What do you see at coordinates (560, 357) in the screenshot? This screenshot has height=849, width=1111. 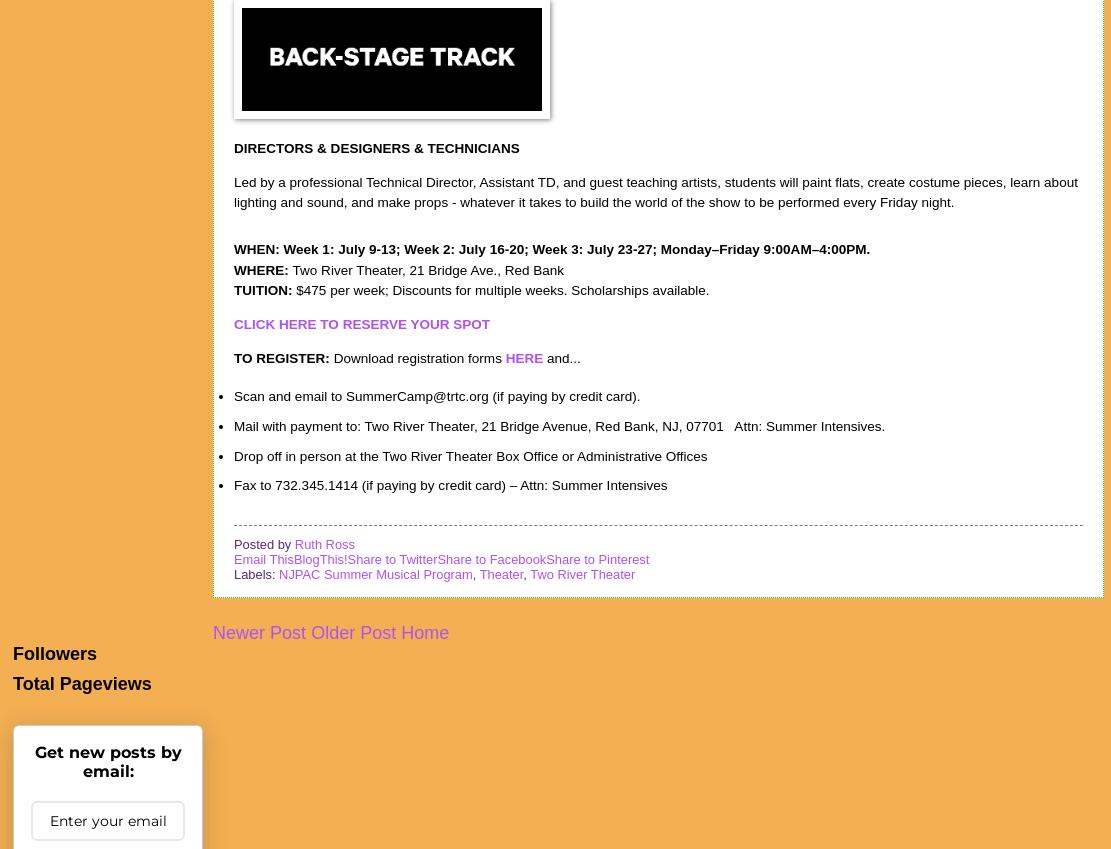 I see `'and...'` at bounding box center [560, 357].